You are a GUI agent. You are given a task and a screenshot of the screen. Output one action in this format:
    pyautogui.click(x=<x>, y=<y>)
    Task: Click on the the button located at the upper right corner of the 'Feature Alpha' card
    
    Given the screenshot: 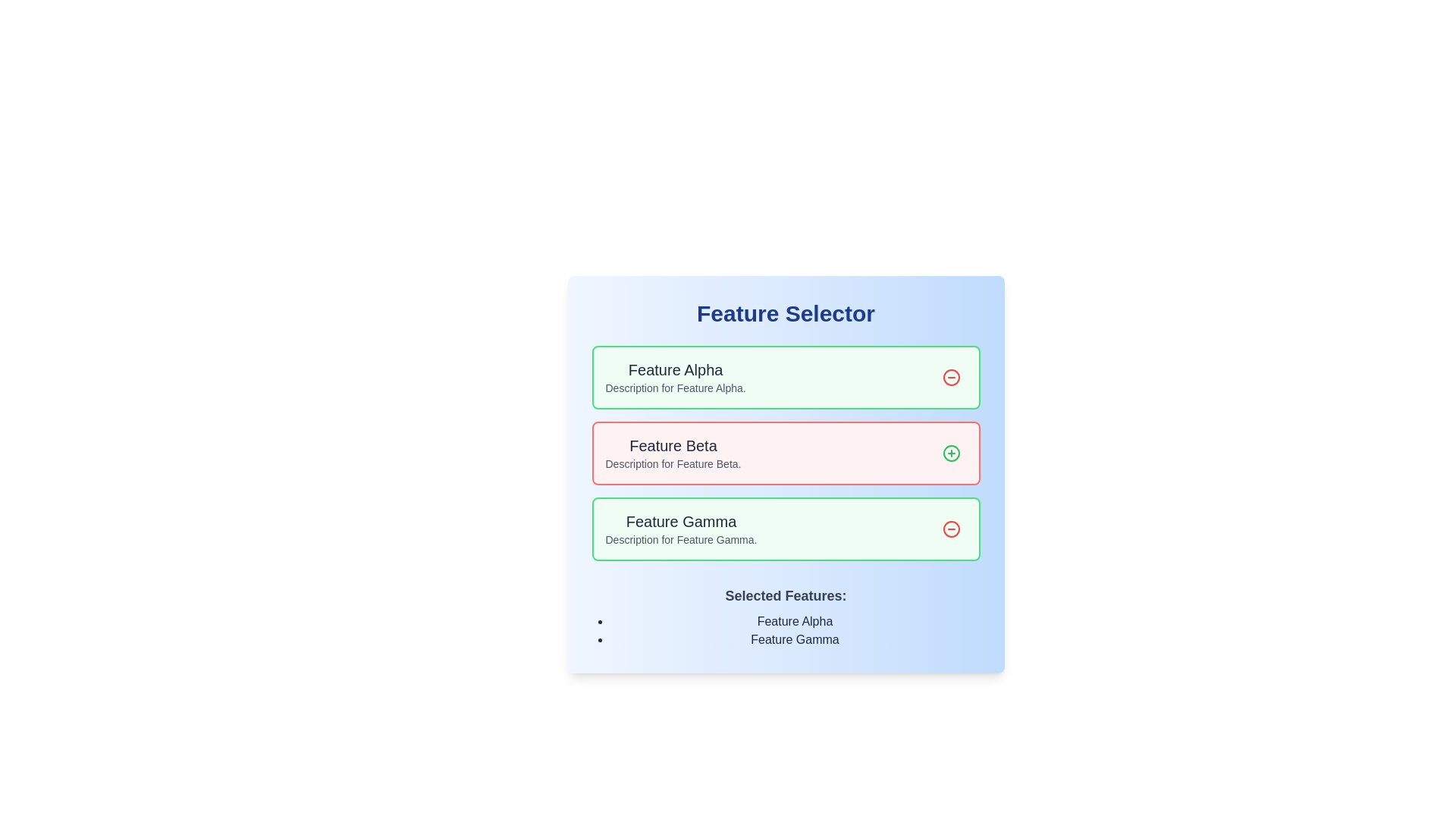 What is the action you would take?
    pyautogui.click(x=950, y=376)
    